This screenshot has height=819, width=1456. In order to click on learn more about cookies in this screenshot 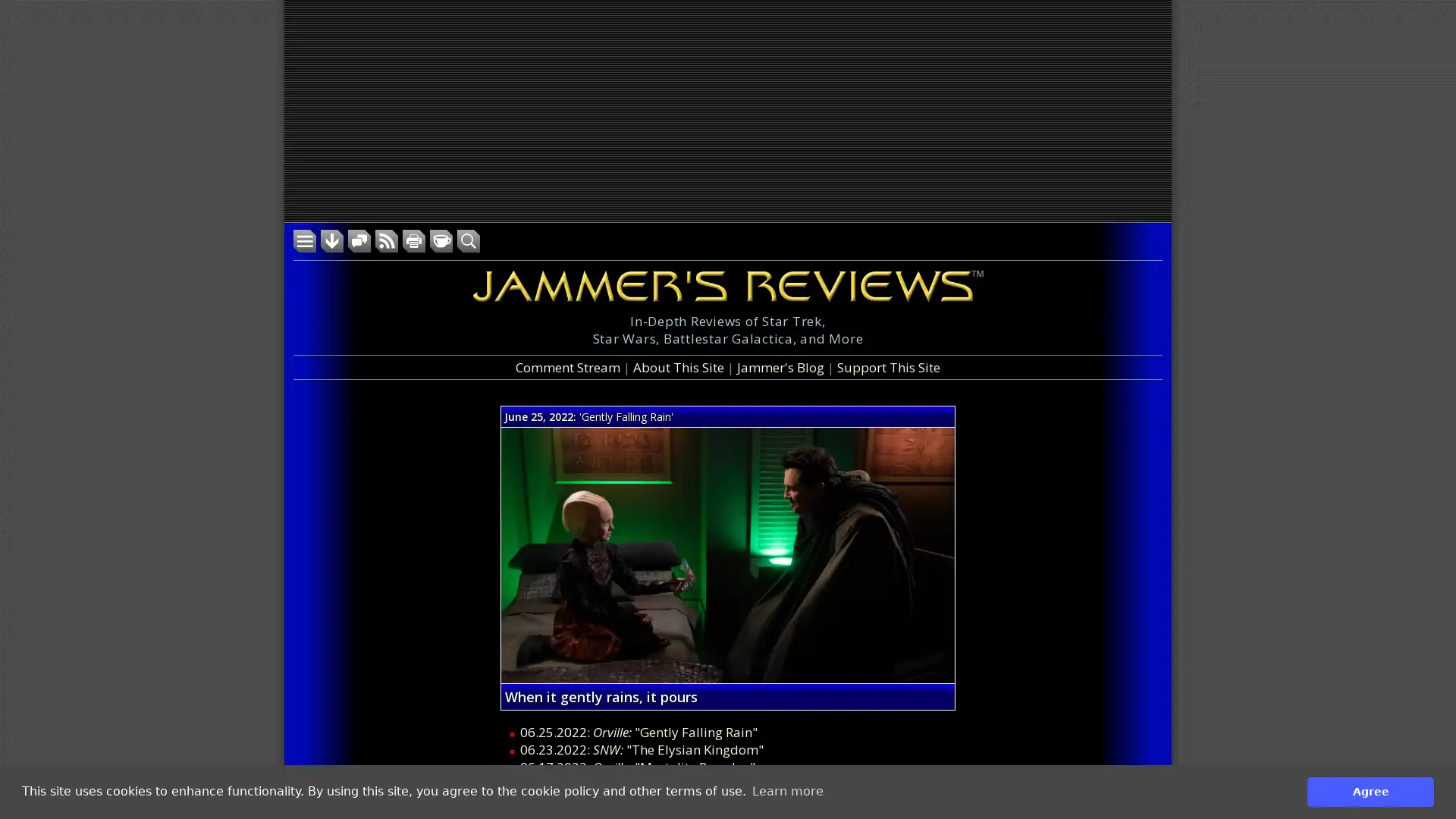, I will do `click(787, 791)`.